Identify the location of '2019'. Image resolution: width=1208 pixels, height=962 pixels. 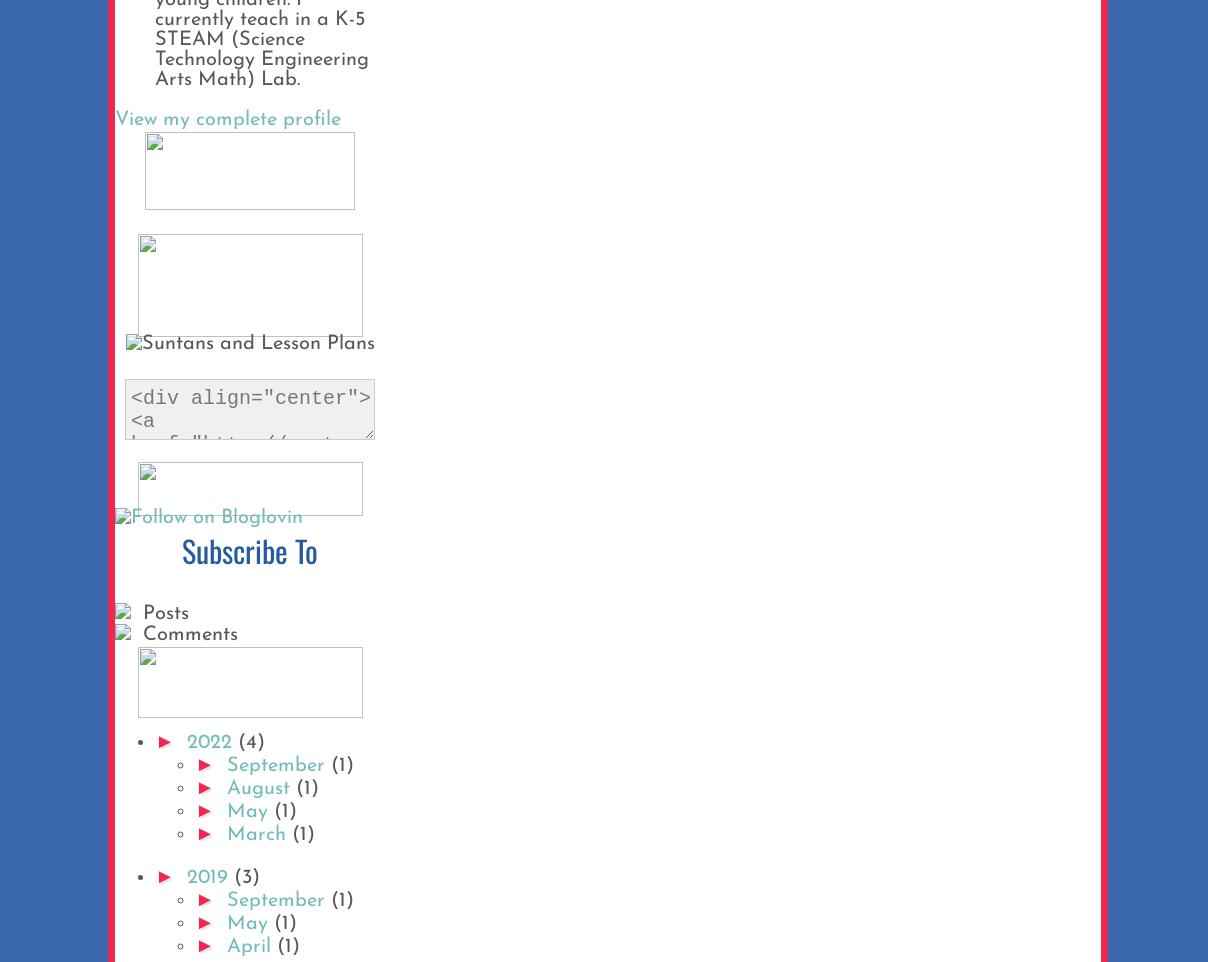
(186, 877).